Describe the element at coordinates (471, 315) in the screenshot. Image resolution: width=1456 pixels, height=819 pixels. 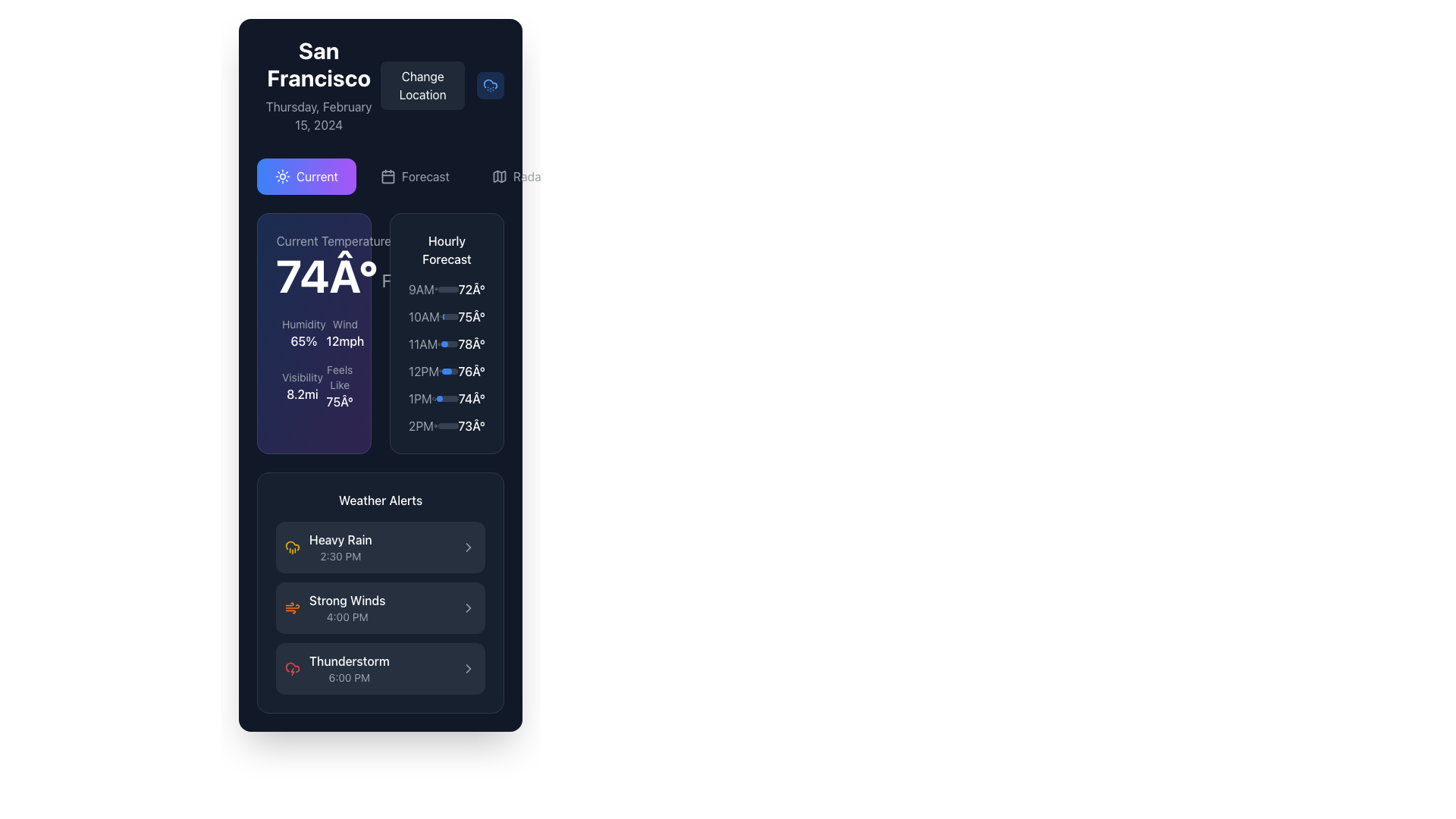
I see `the temperature forecast display for '10AM' which shows the value '75°'` at that location.